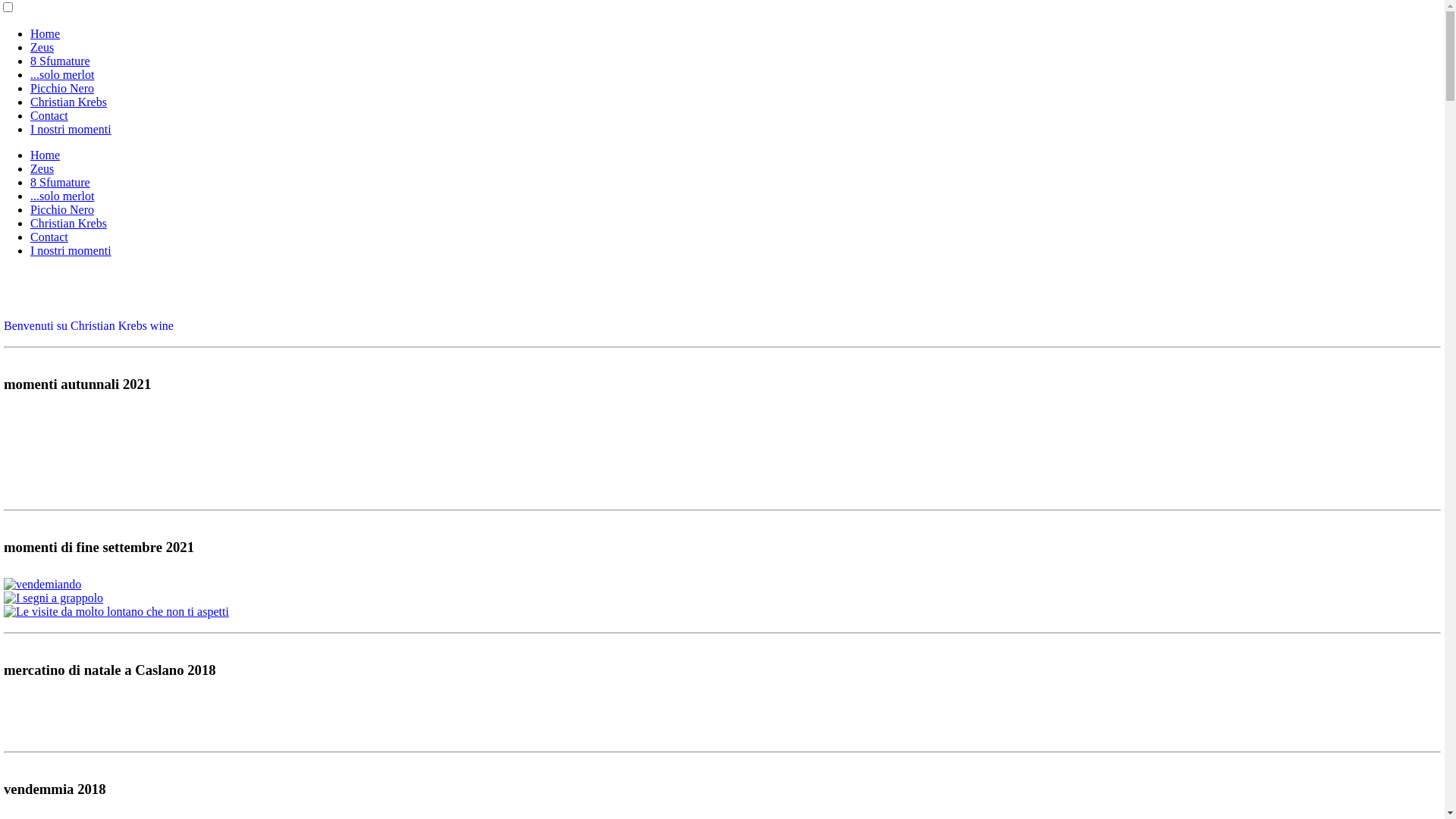 The image size is (1456, 819). I want to click on '8 Sfumature', so click(60, 60).